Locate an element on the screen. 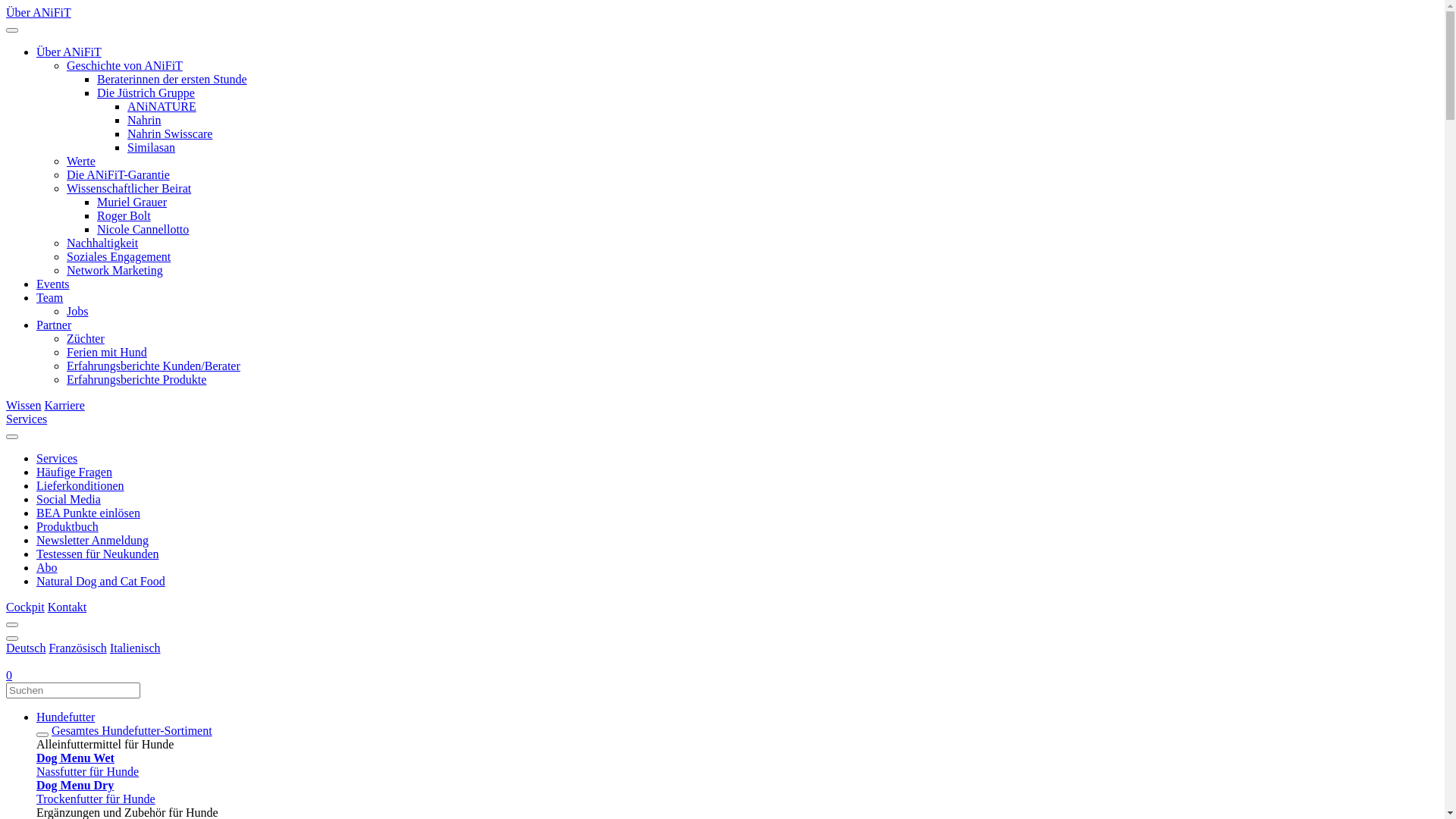 Image resolution: width=1456 pixels, height=819 pixels. 'Cockpit' is located at coordinates (6, 606).